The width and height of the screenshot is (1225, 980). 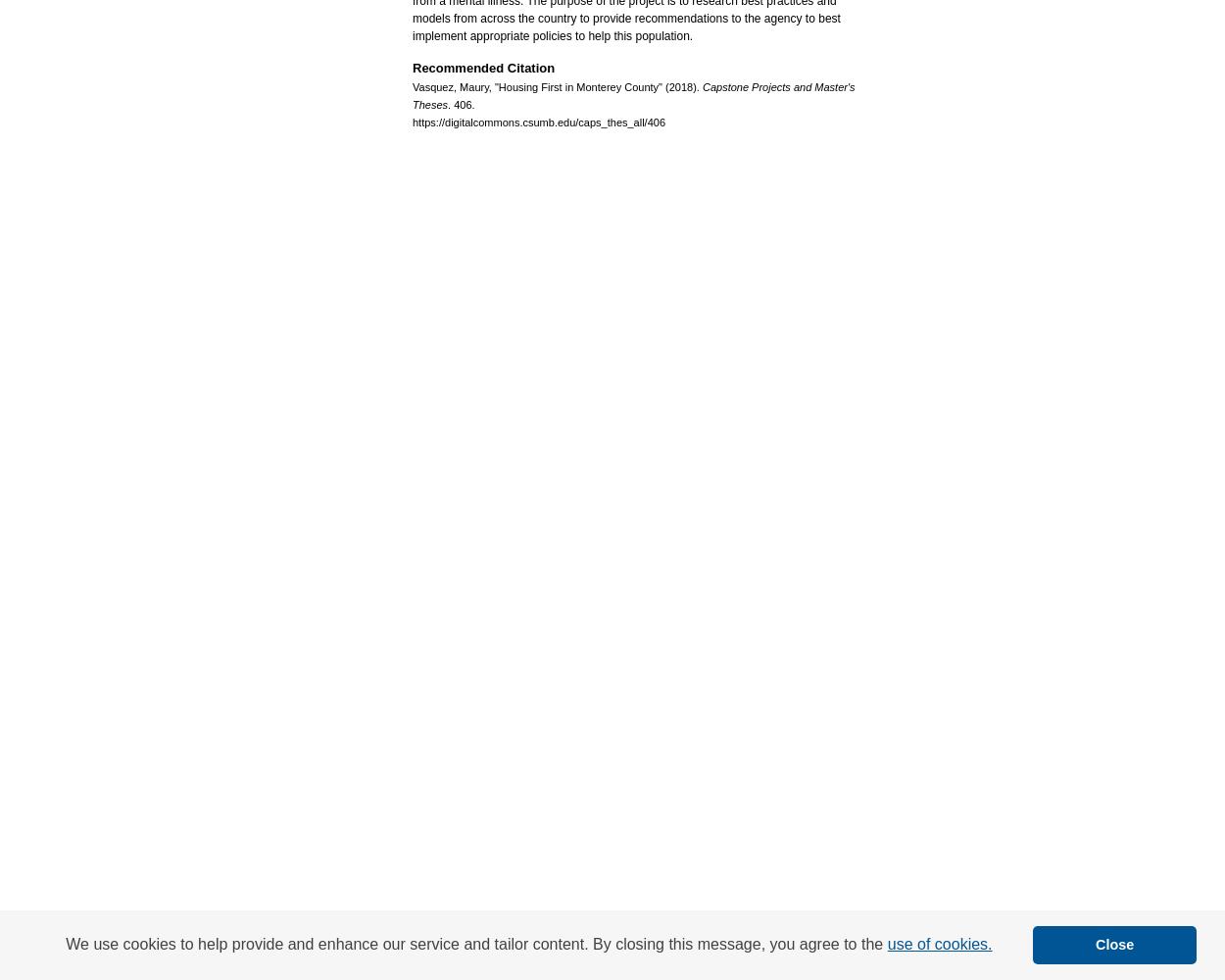 What do you see at coordinates (469, 929) in the screenshot?
I see `'About'` at bounding box center [469, 929].